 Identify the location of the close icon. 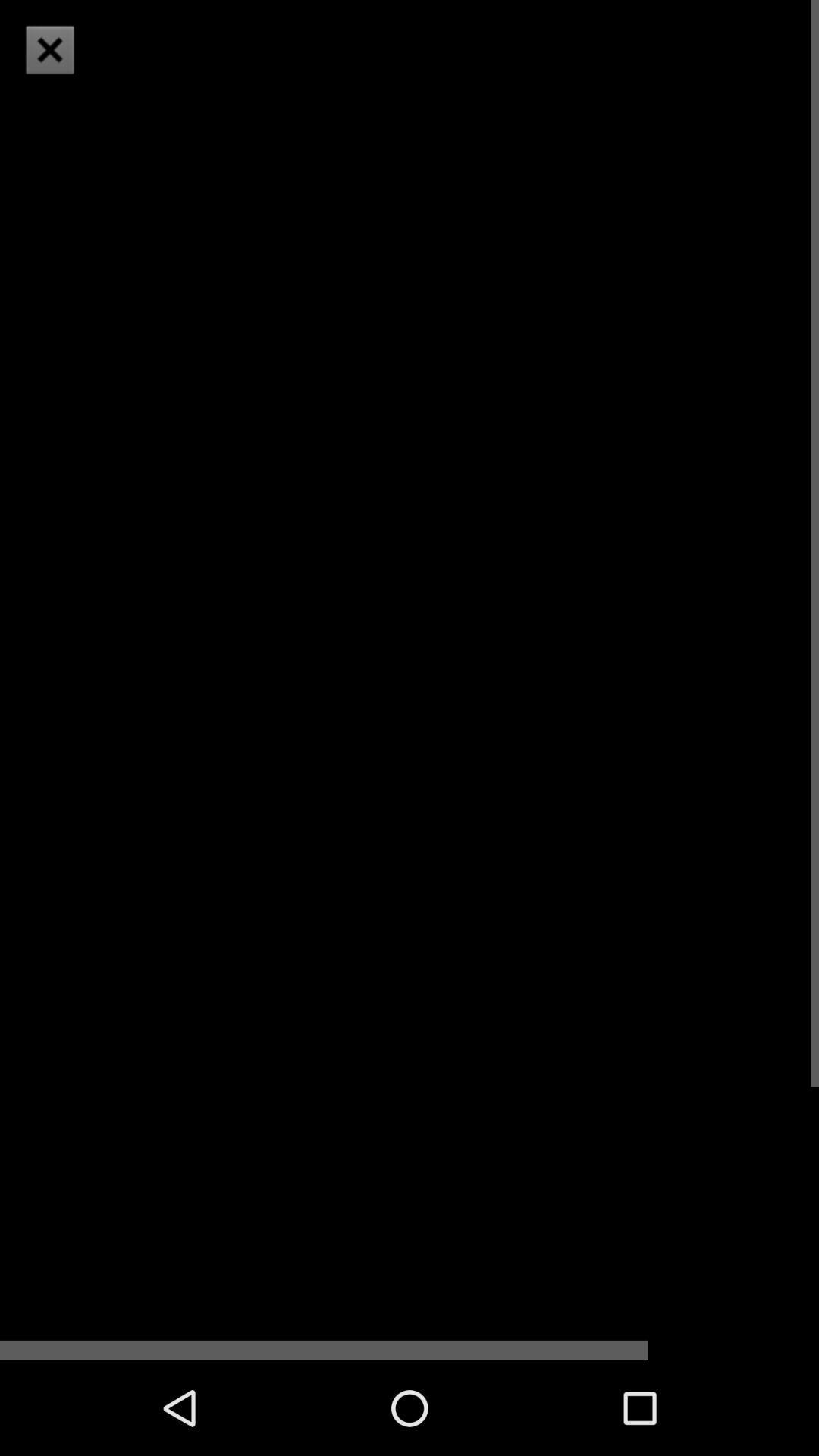
(49, 53).